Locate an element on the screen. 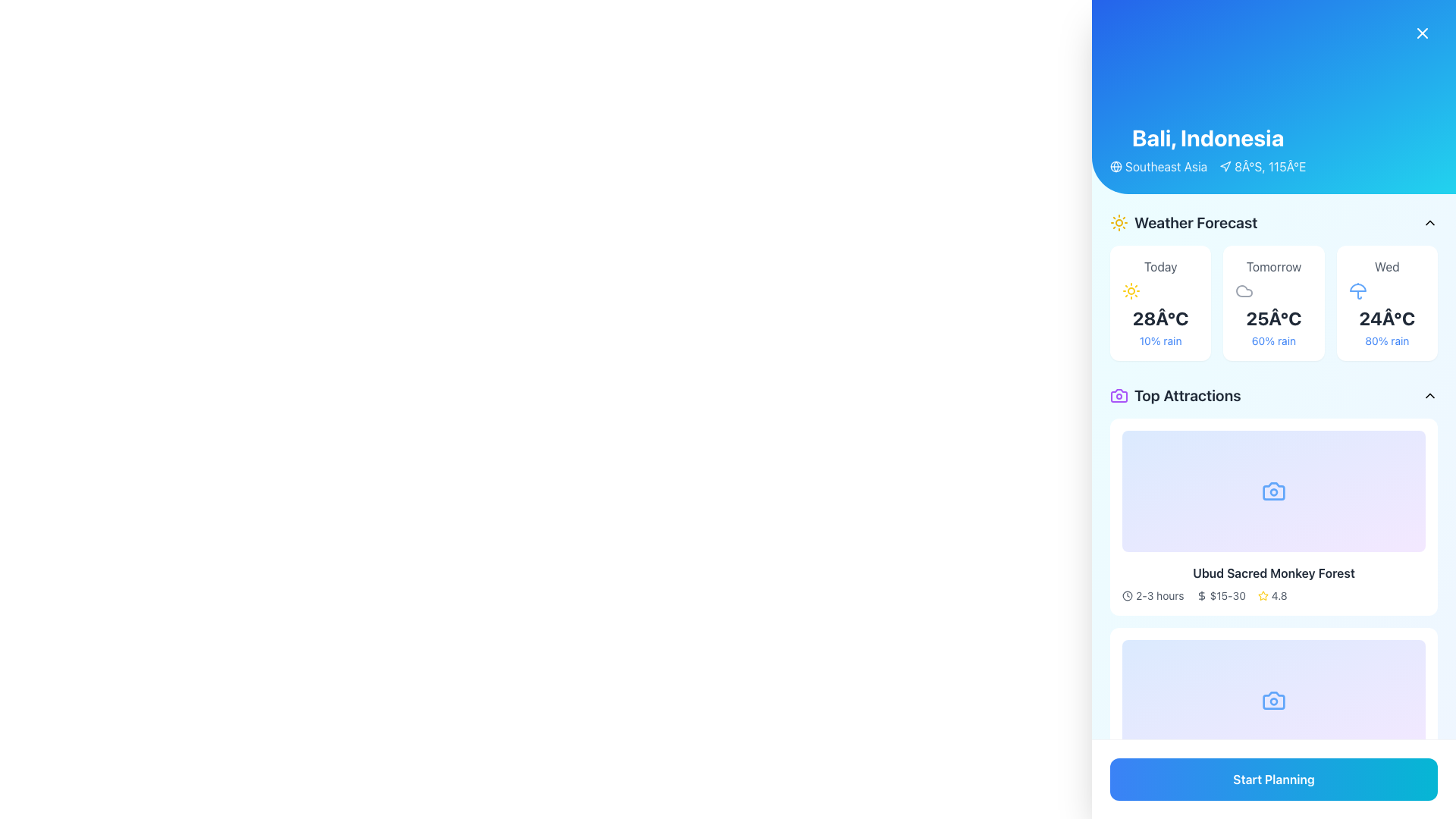 The image size is (1456, 819). the text label reading '2-3 hours' located beneath the 'Ubud Sacred Monkey Forest' card in the 'Top Attractions' section, positioned to the right of a clock icon is located at coordinates (1159, 595).